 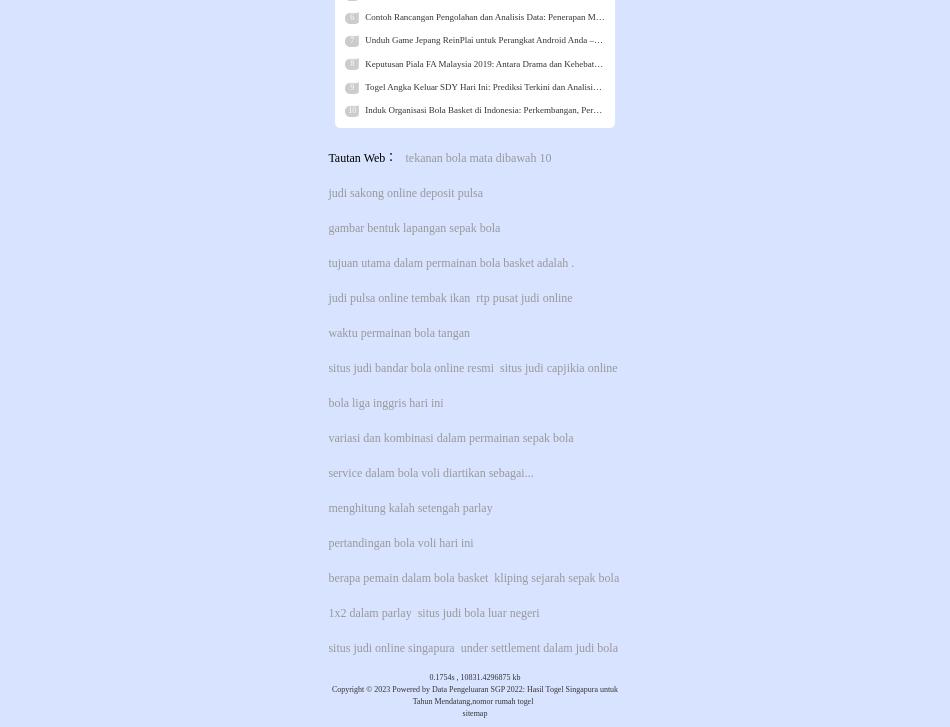 What do you see at coordinates (564, 39) in the screenshot?
I see `'Unduh Game Jepang ReinPlai untuk Perangkat Android Anda – Nikmati Hiburan Menarik di Genggaman Anda'` at bounding box center [564, 39].